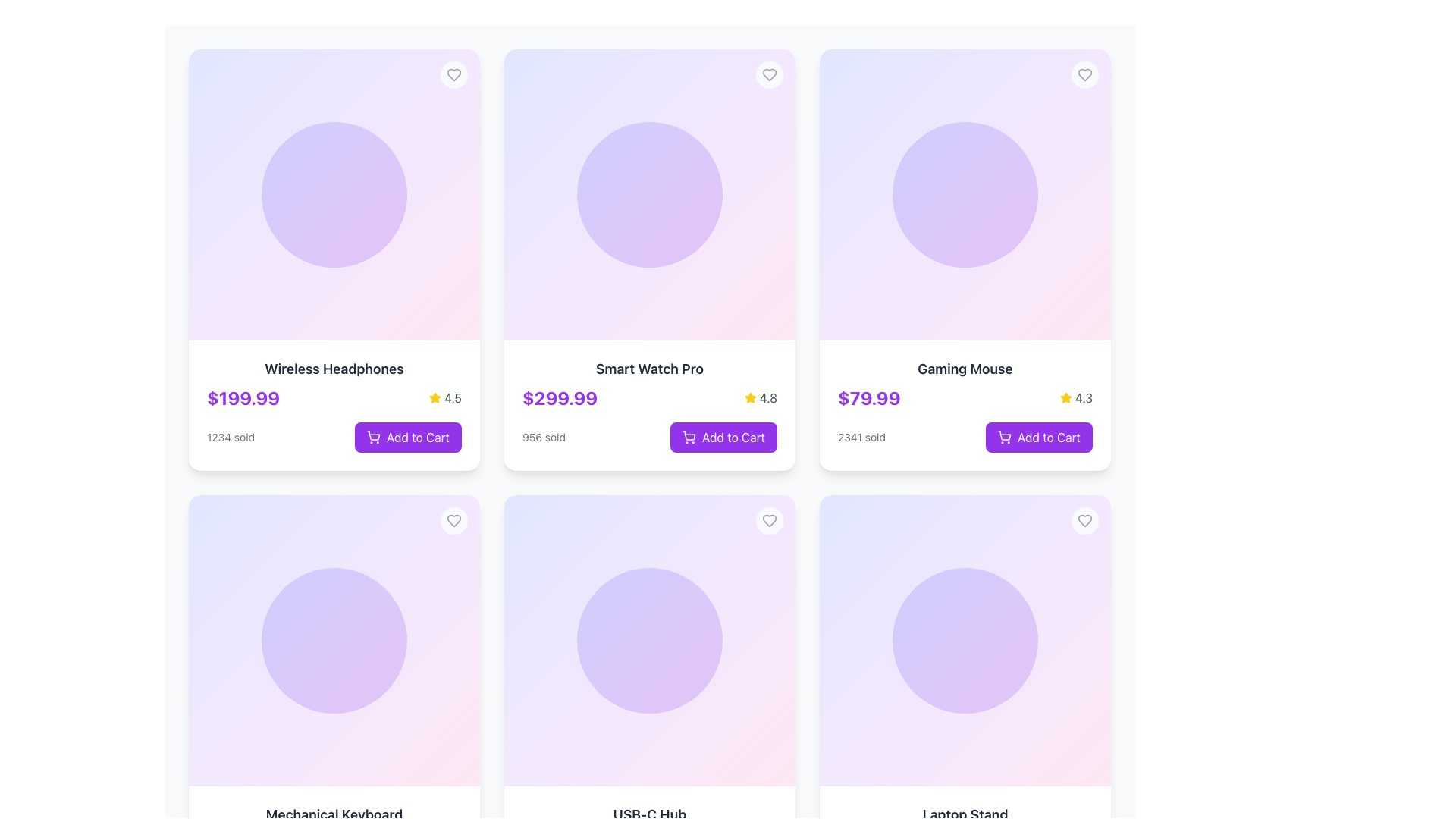 This screenshot has height=819, width=1456. What do you see at coordinates (1038, 438) in the screenshot?
I see `the 'Add to Cart' button, which is a rectangular button with a purple background and white text, located at the bottom of the third card in the grid associated with the product 'Gaming Mouse'` at bounding box center [1038, 438].